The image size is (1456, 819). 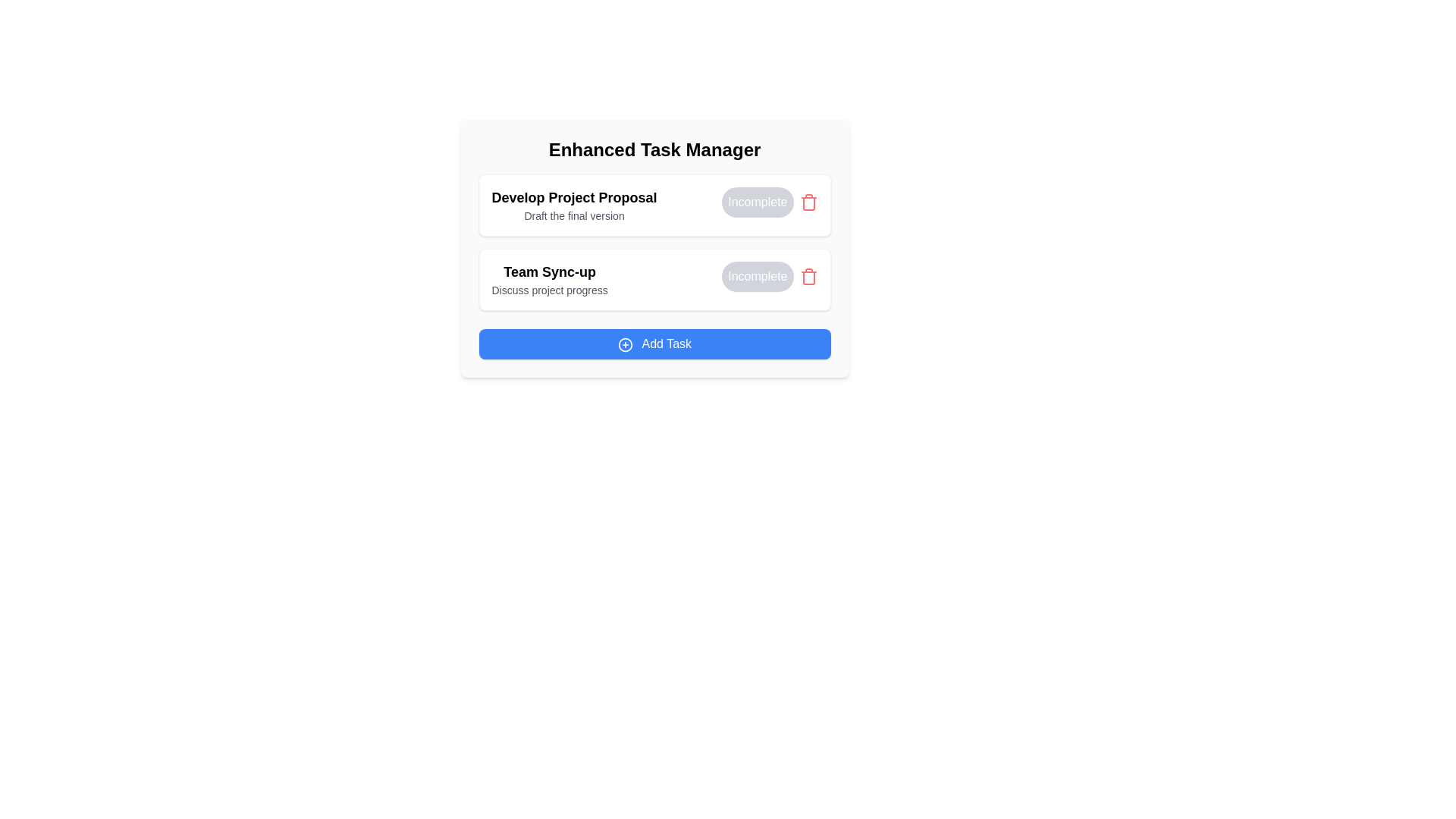 I want to click on the status indicator that shows 'Incomplete' for the 'Develop Project Proposal' task, located to the right of the task title and description, so click(x=770, y=201).